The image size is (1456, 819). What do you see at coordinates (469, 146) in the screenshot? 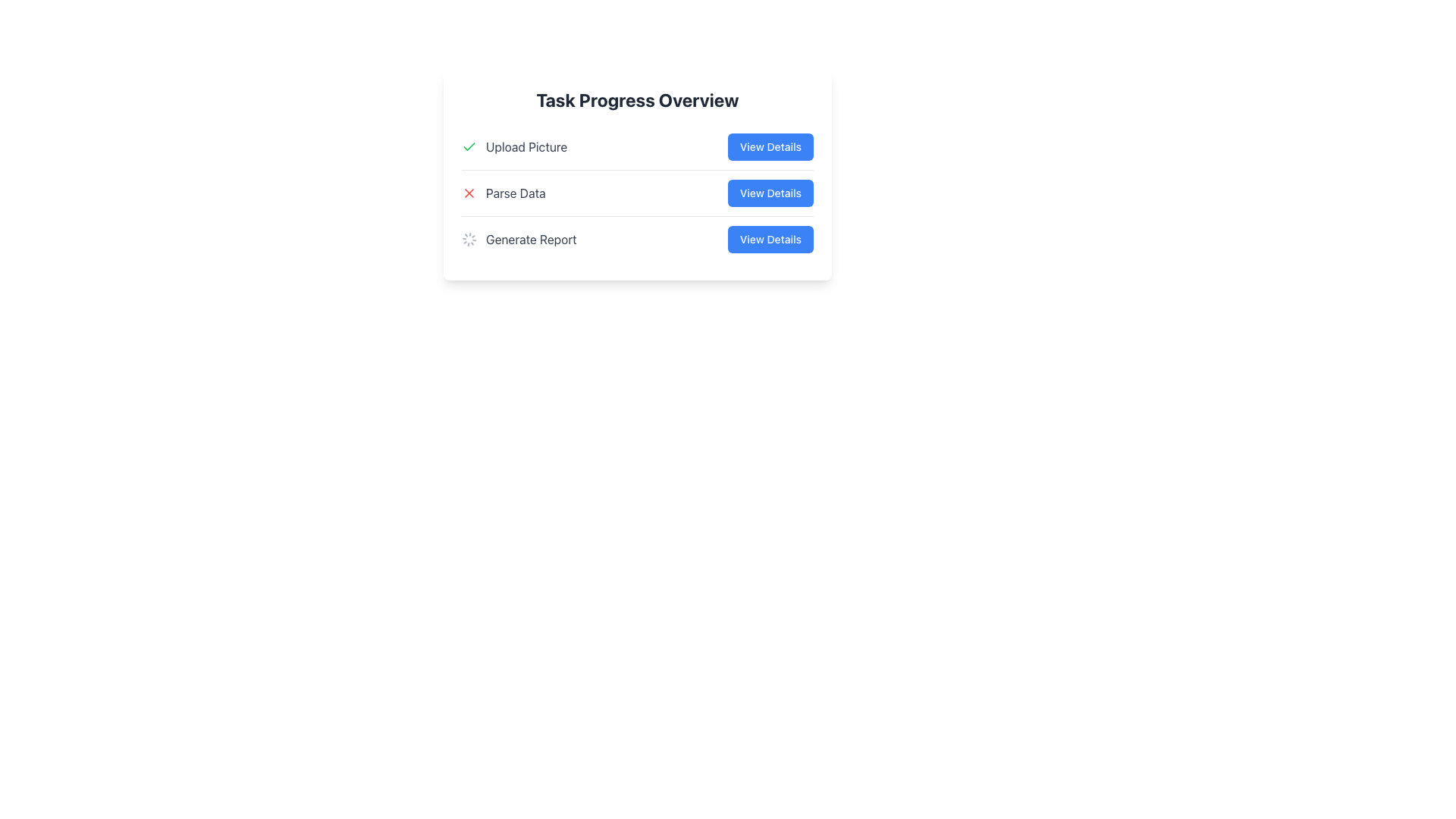
I see `the success indicator icon for the 'Upload Picture' task located in the 'Task Progress Overview' section` at bounding box center [469, 146].